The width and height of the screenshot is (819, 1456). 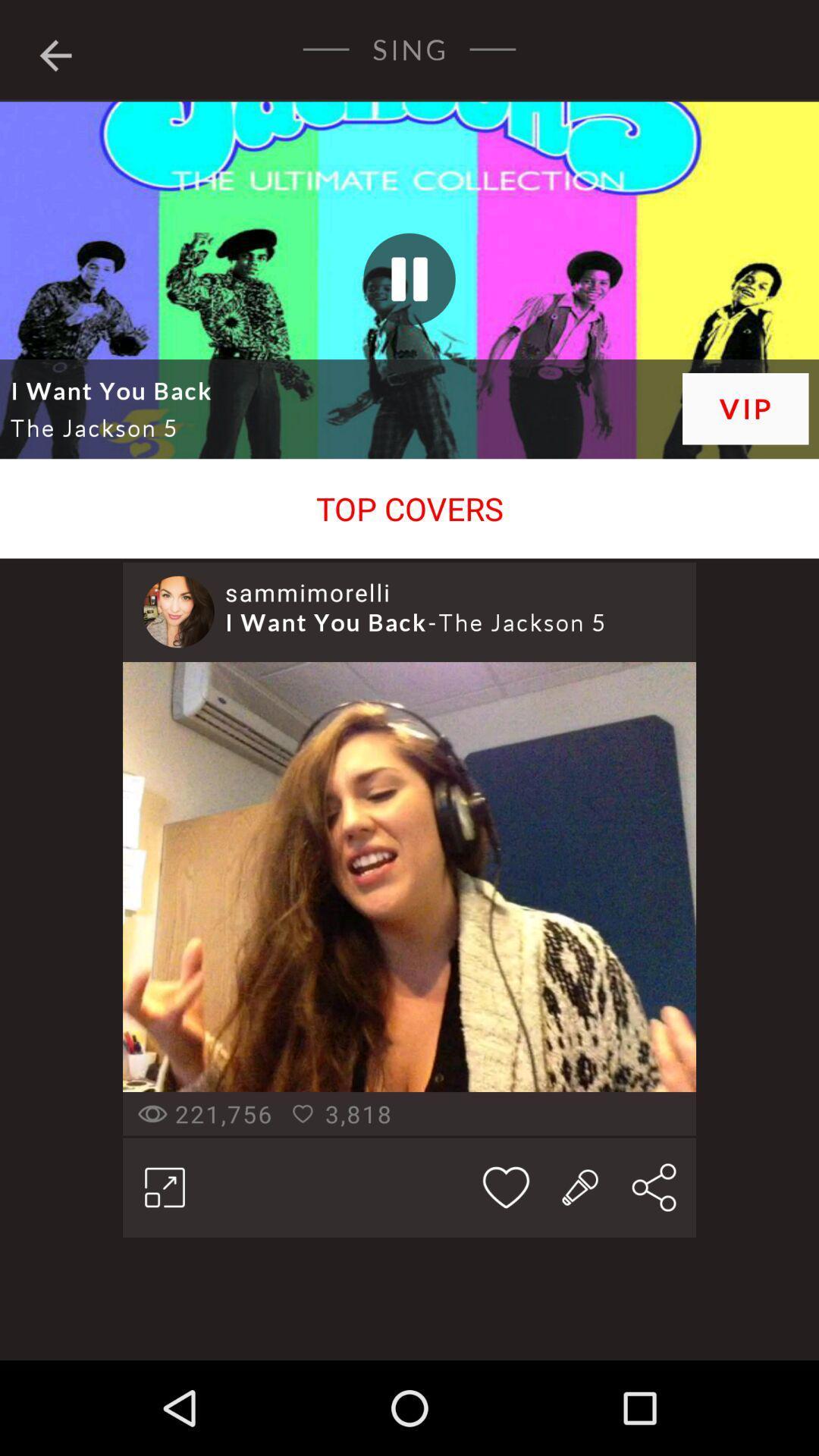 What do you see at coordinates (177, 611) in the screenshot?
I see `icon next to the sammimorelli icon` at bounding box center [177, 611].